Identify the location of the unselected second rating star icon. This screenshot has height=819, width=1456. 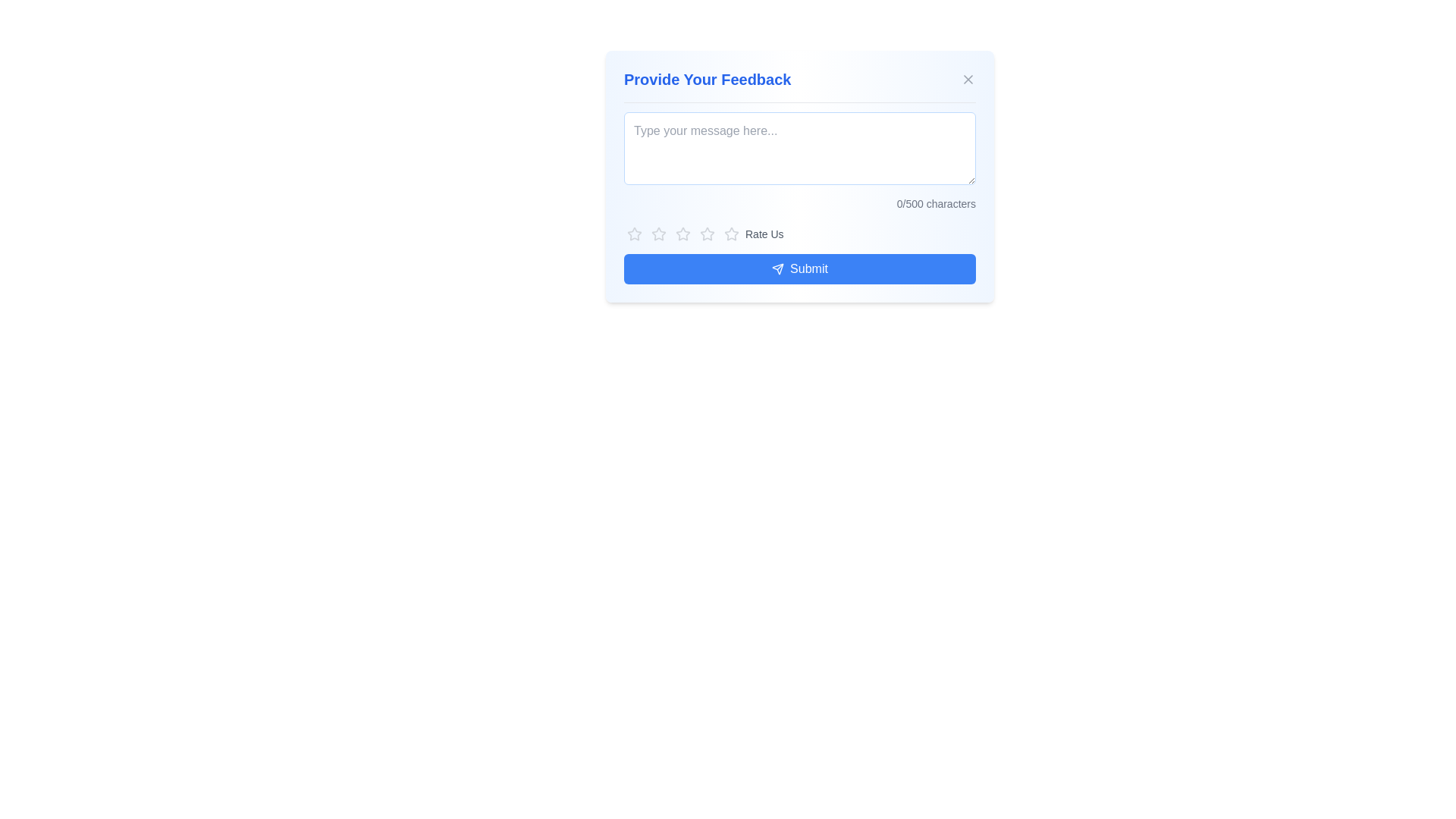
(682, 234).